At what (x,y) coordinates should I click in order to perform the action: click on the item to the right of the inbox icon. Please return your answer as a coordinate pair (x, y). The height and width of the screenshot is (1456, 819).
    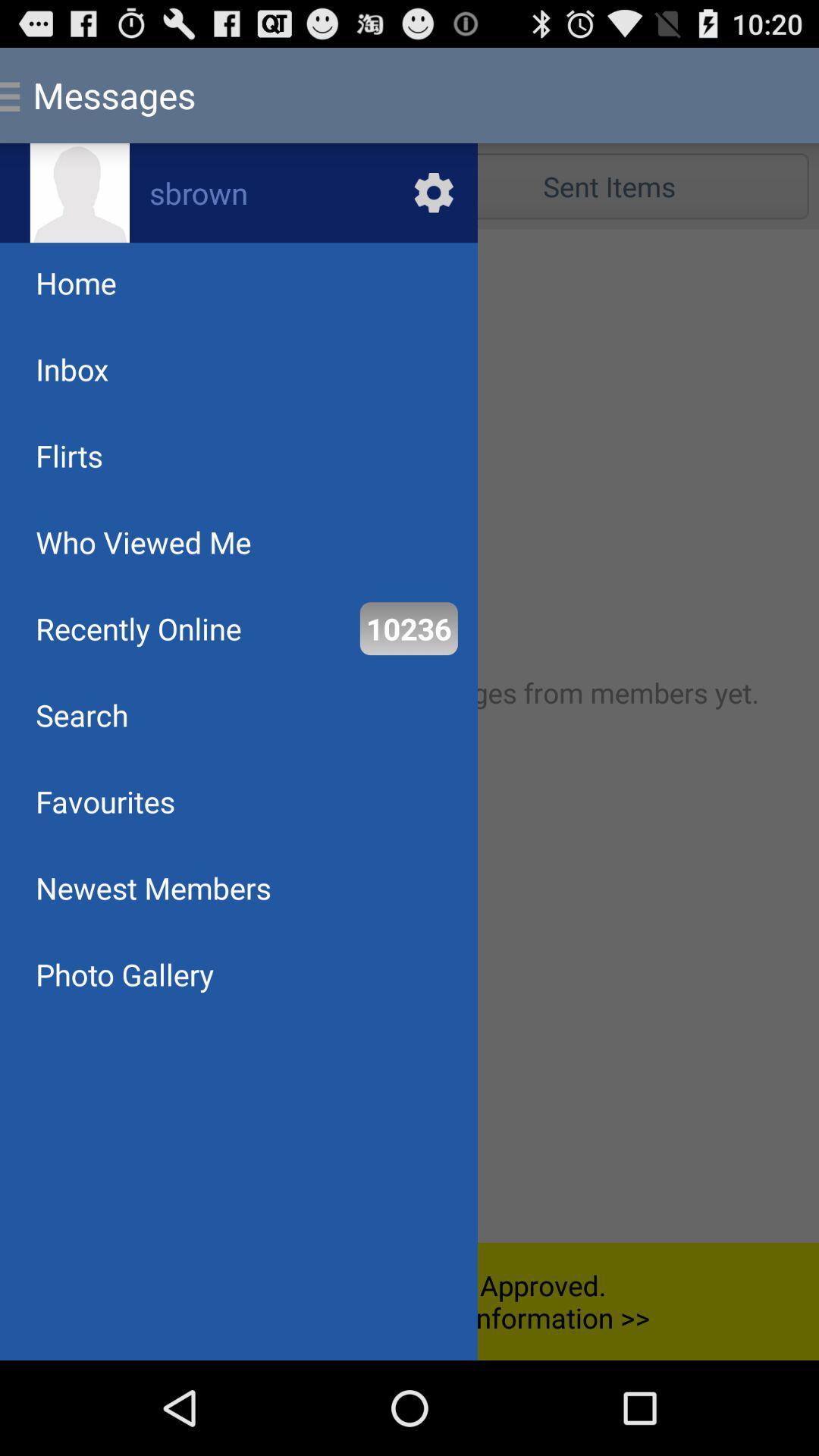
    Looking at the image, I should click on (608, 185).